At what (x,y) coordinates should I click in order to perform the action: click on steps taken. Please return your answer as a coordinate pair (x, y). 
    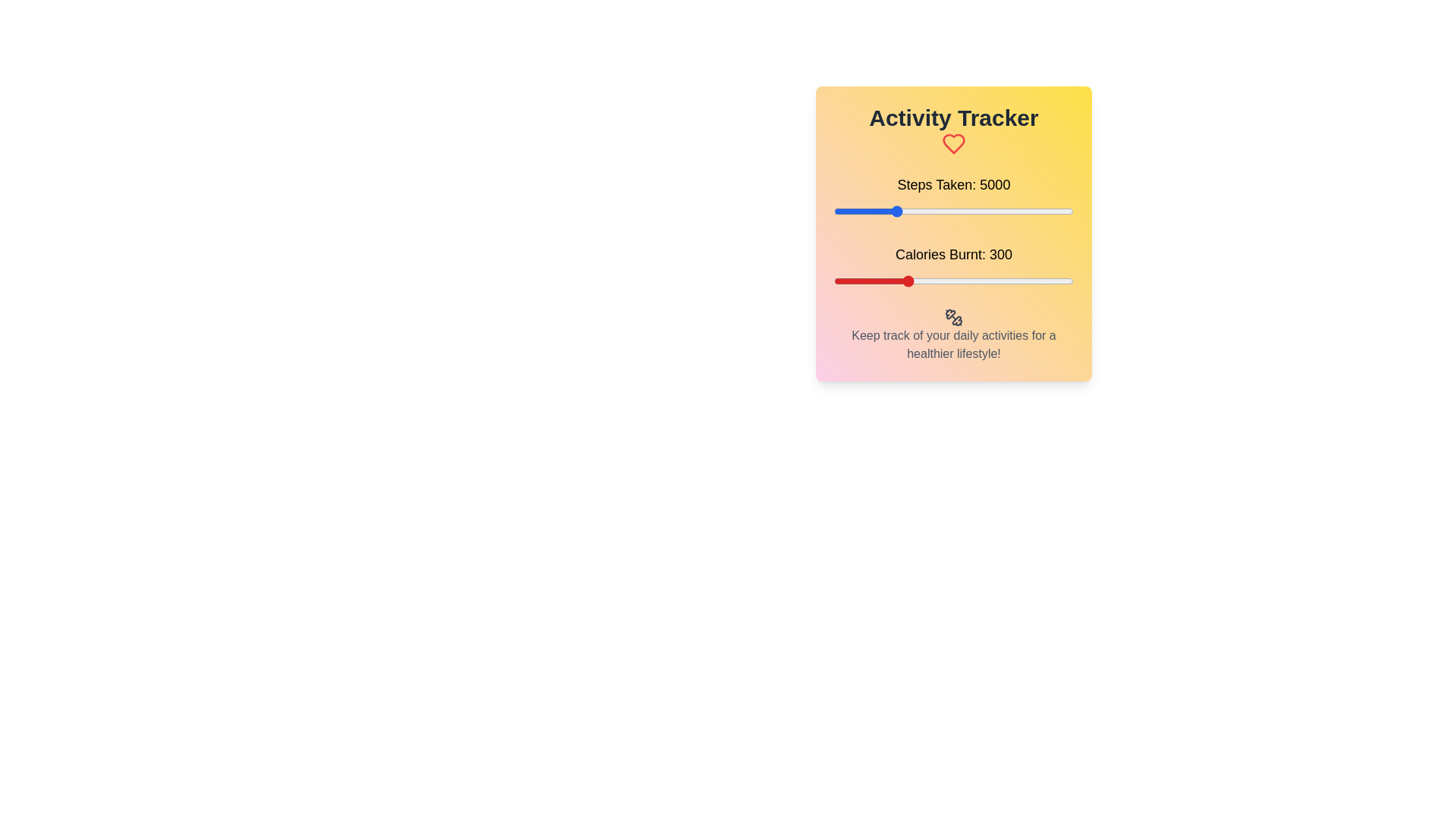
    Looking at the image, I should click on (882, 211).